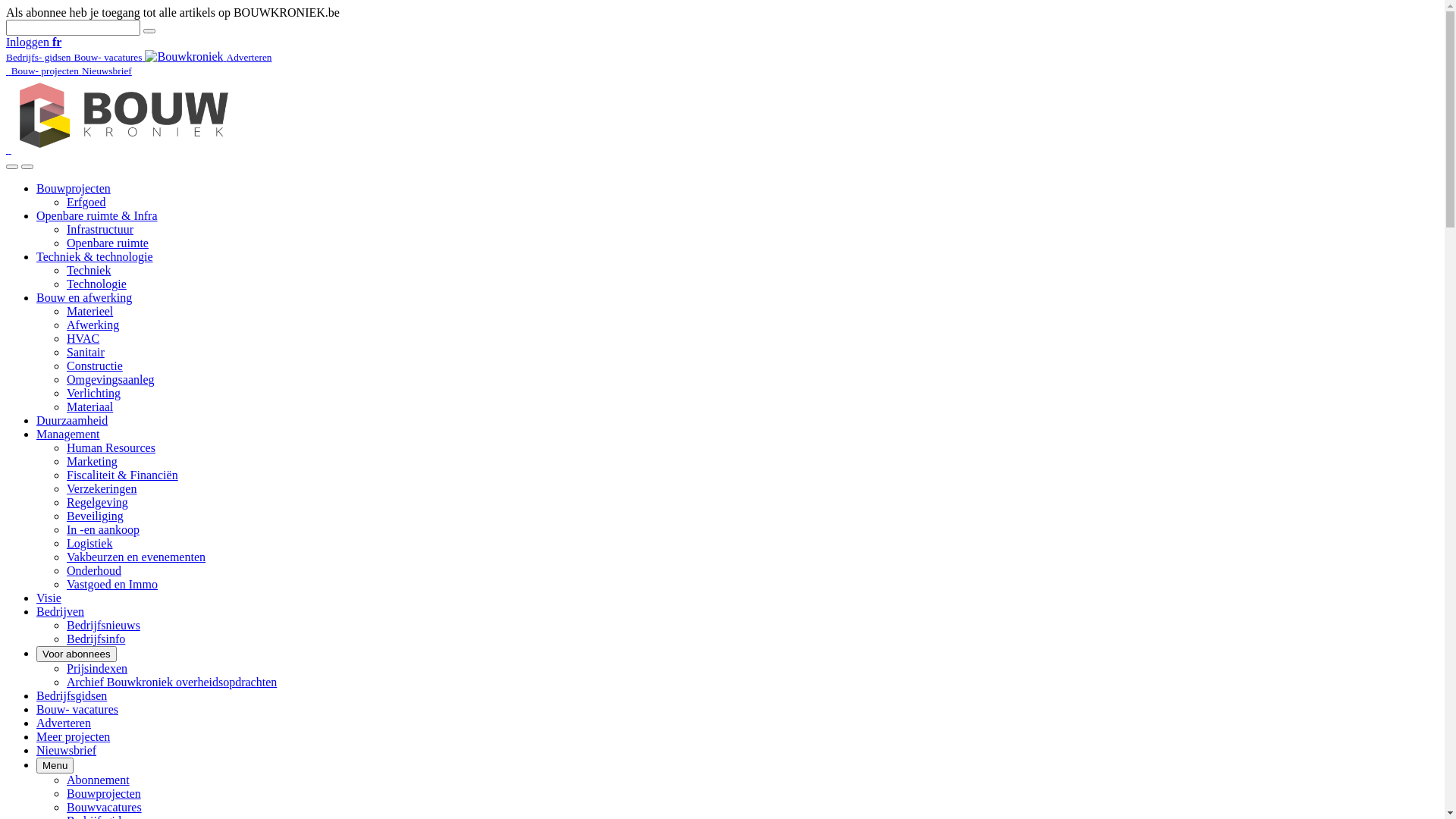 The width and height of the screenshot is (1456, 819). I want to click on 'Logistiek', so click(89, 542).